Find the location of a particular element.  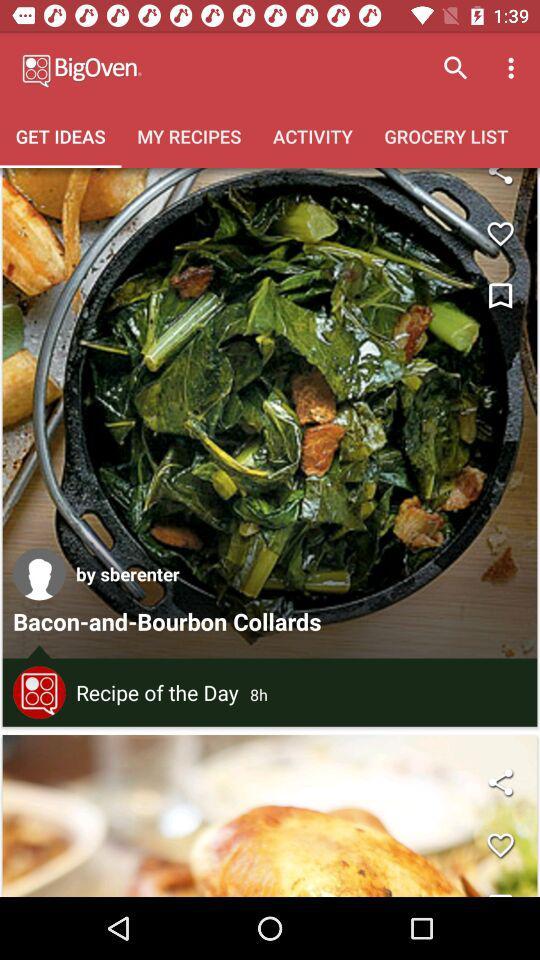

like button is located at coordinates (499, 234).